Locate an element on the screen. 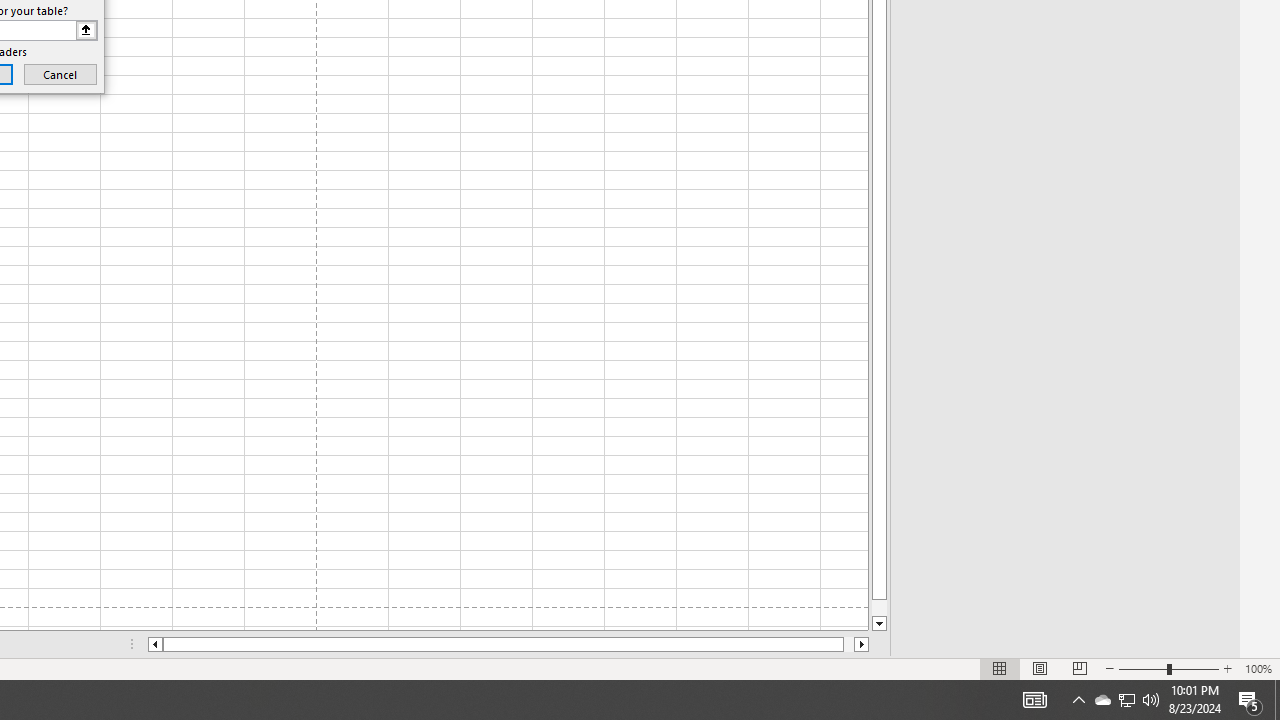 The image size is (1280, 720). 'Column right' is located at coordinates (862, 644).